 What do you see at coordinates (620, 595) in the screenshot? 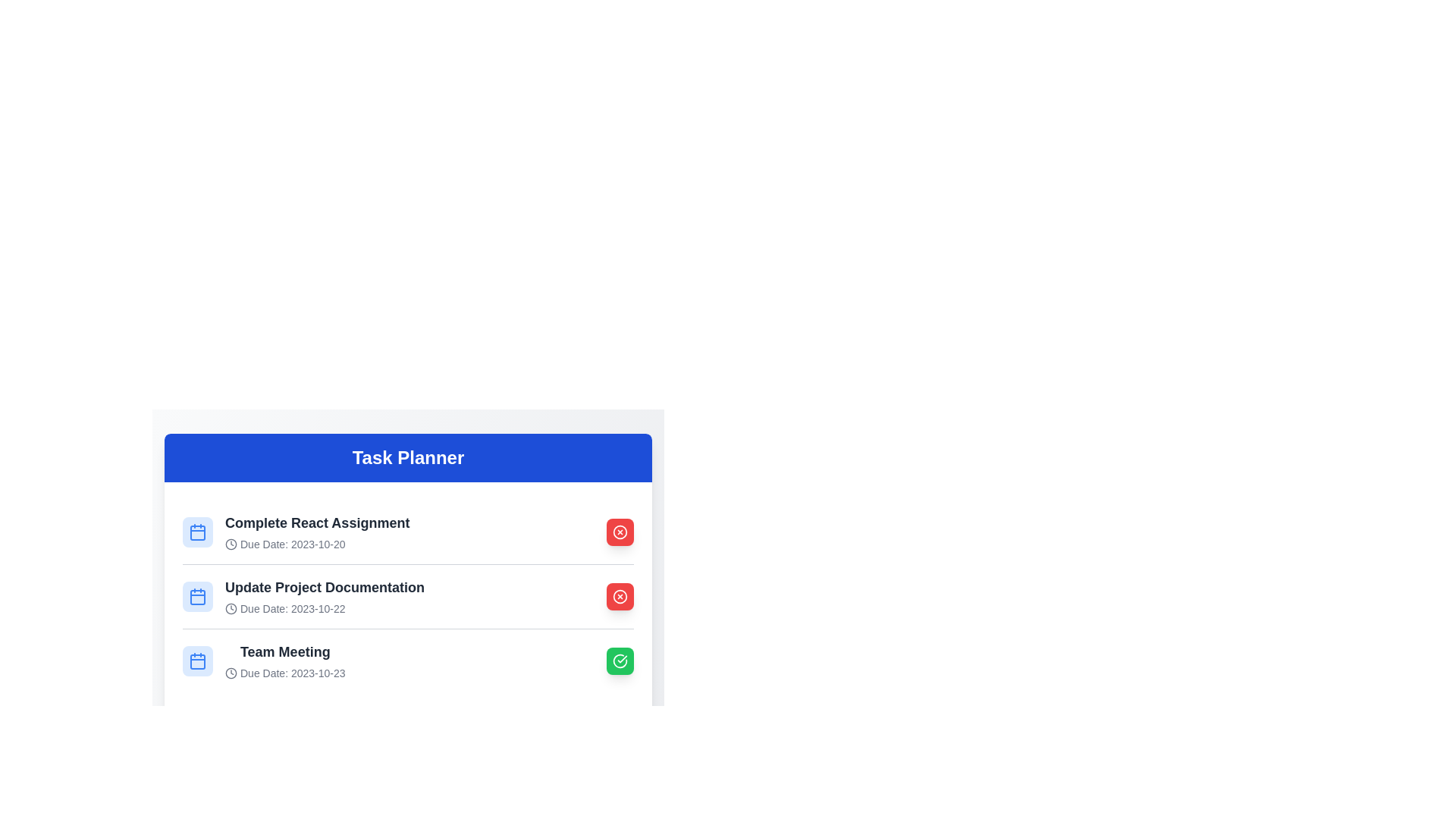
I see `the circular red button with a white border and a centered white 'X' icon` at bounding box center [620, 595].